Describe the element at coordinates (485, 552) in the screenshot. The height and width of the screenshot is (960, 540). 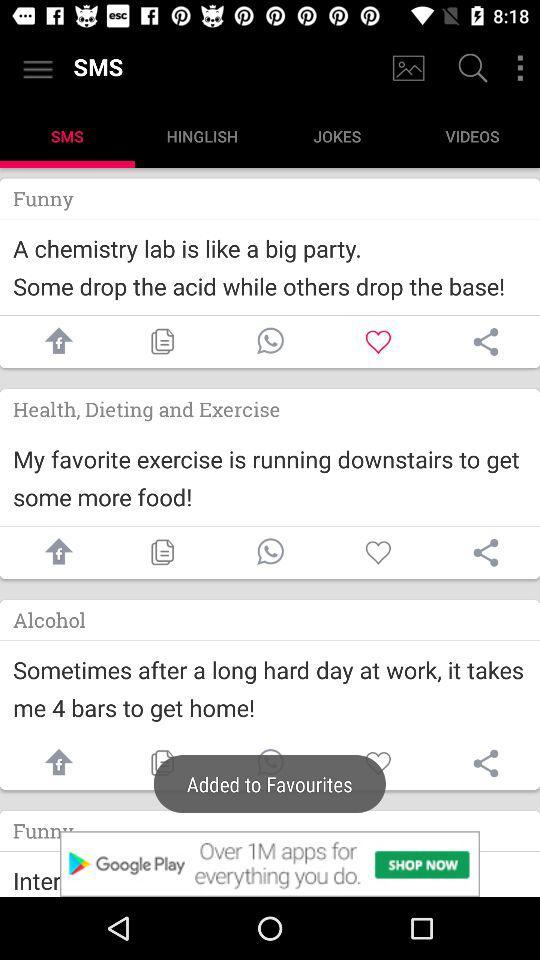
I see `share with others` at that location.